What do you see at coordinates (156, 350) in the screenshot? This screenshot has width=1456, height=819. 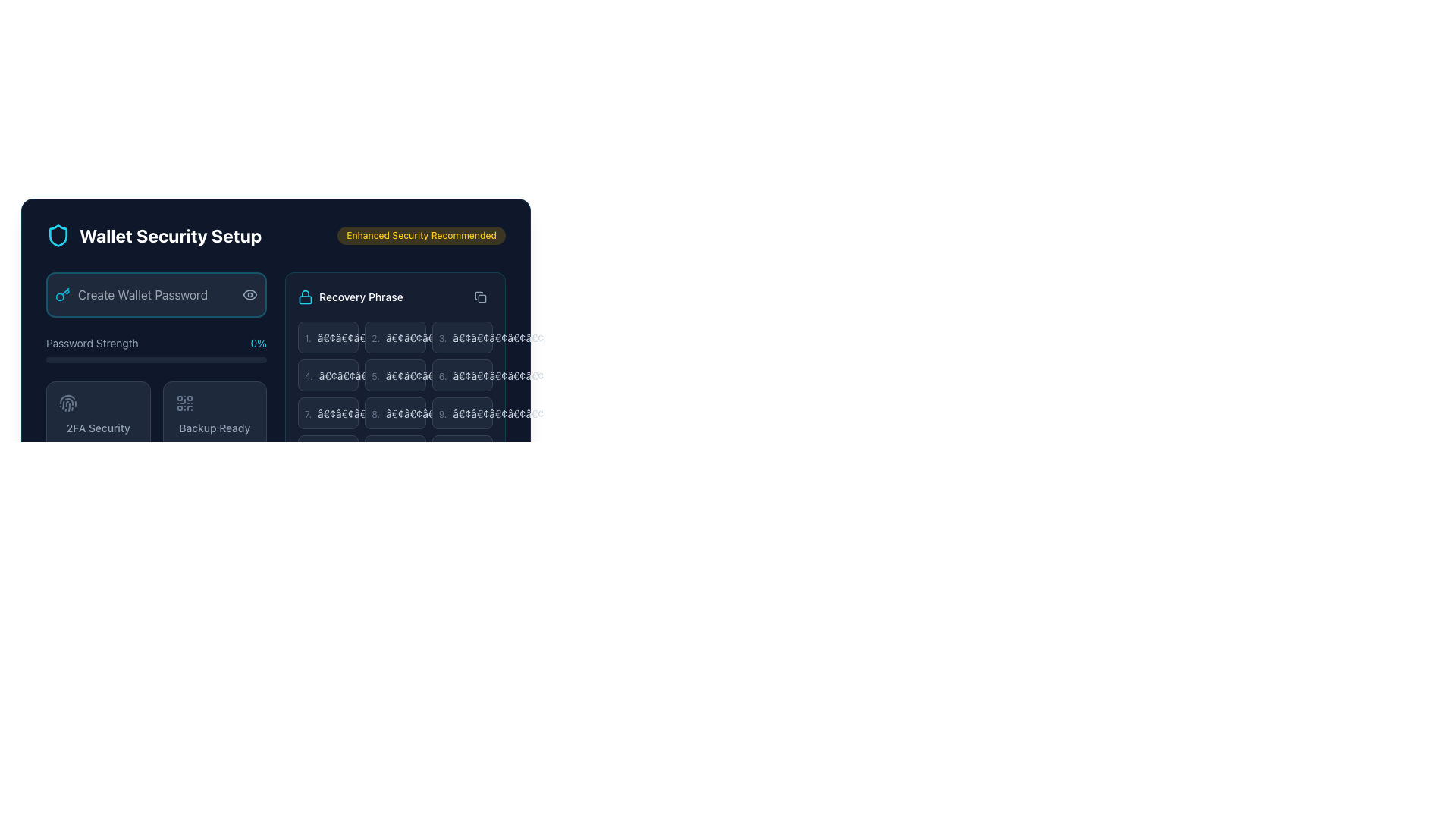 I see `the Password strength indicator located beneath the 'Create Wallet Password' section in the 'Wallet Security Setup' layout` at bounding box center [156, 350].